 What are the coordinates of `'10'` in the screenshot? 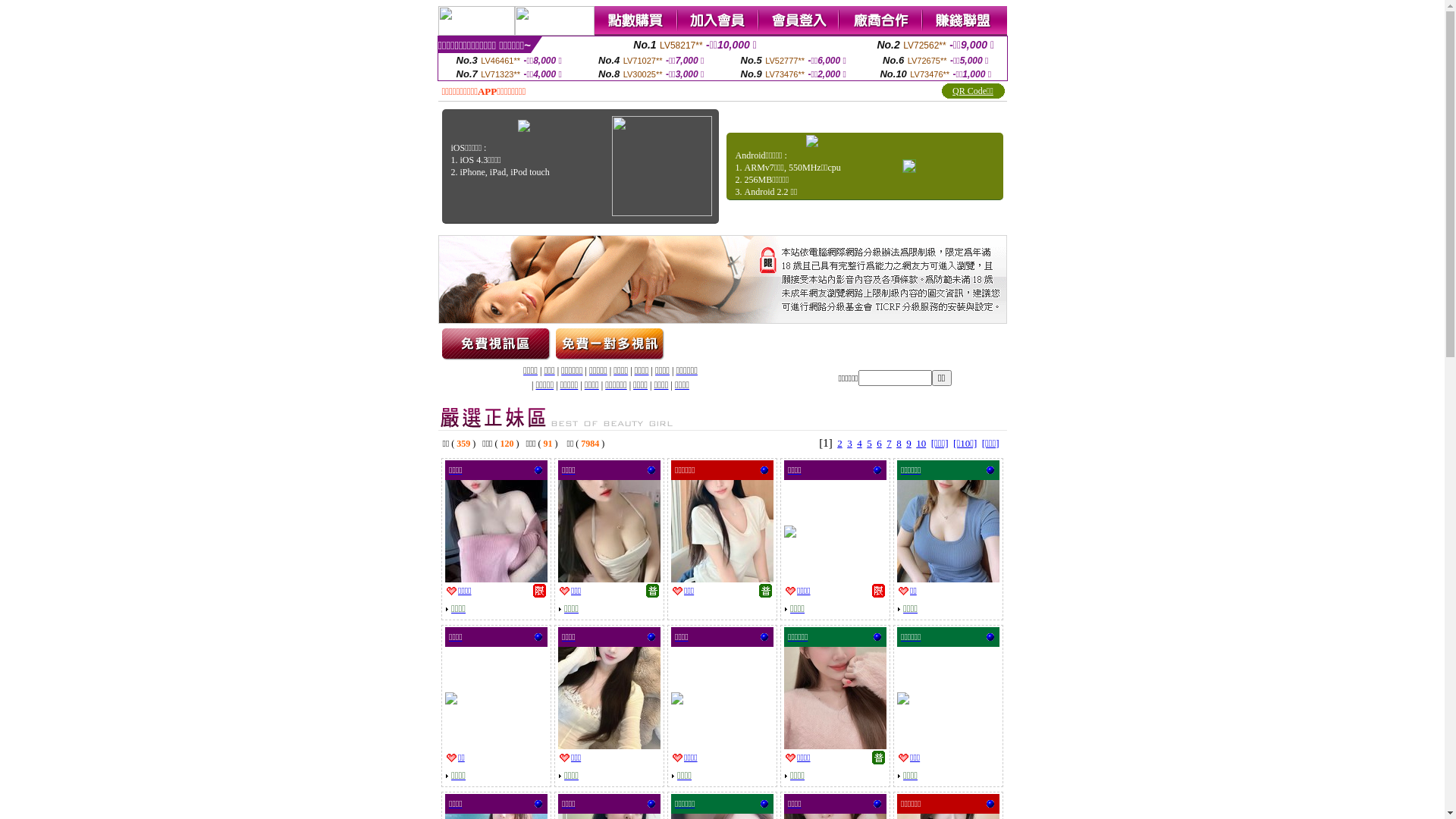 It's located at (915, 443).